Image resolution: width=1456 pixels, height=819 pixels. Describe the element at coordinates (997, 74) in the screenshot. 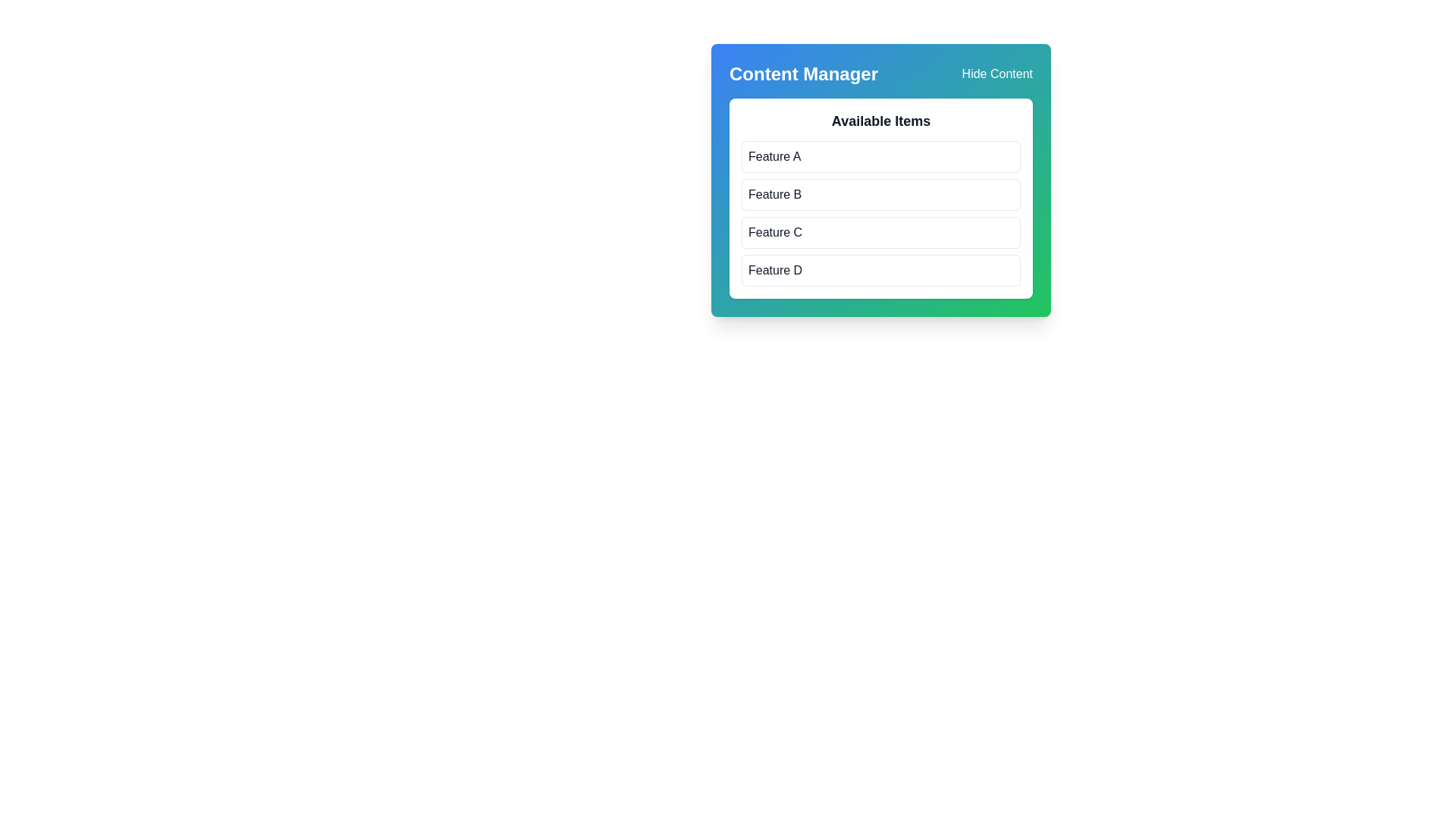

I see `the interactive hyperlink located in the top-right corner adjacent to the 'Content Manager' header` at that location.